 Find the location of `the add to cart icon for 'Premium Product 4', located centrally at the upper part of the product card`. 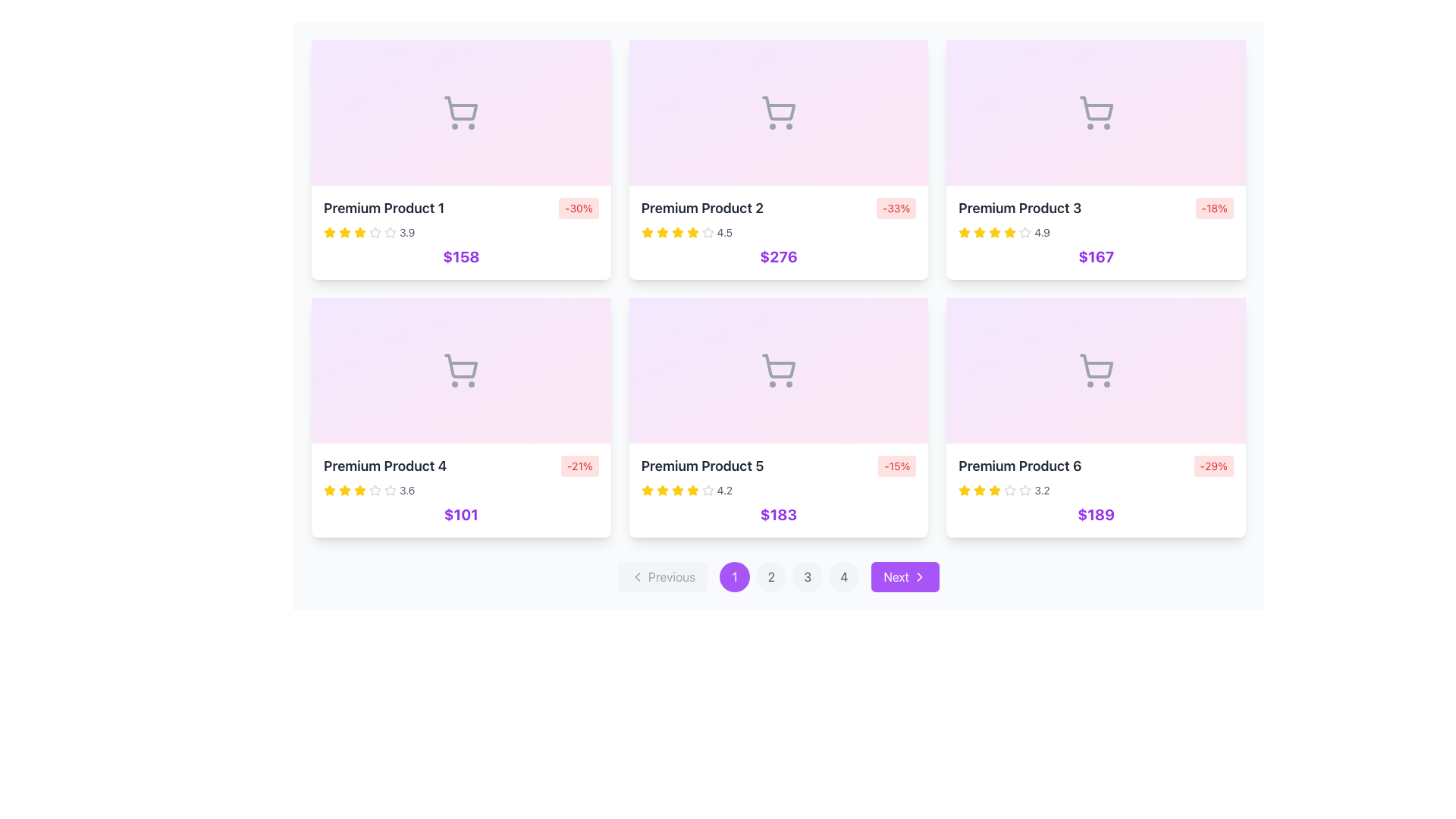

the add to cart icon for 'Premium Product 4', located centrally at the upper part of the product card is located at coordinates (460, 371).